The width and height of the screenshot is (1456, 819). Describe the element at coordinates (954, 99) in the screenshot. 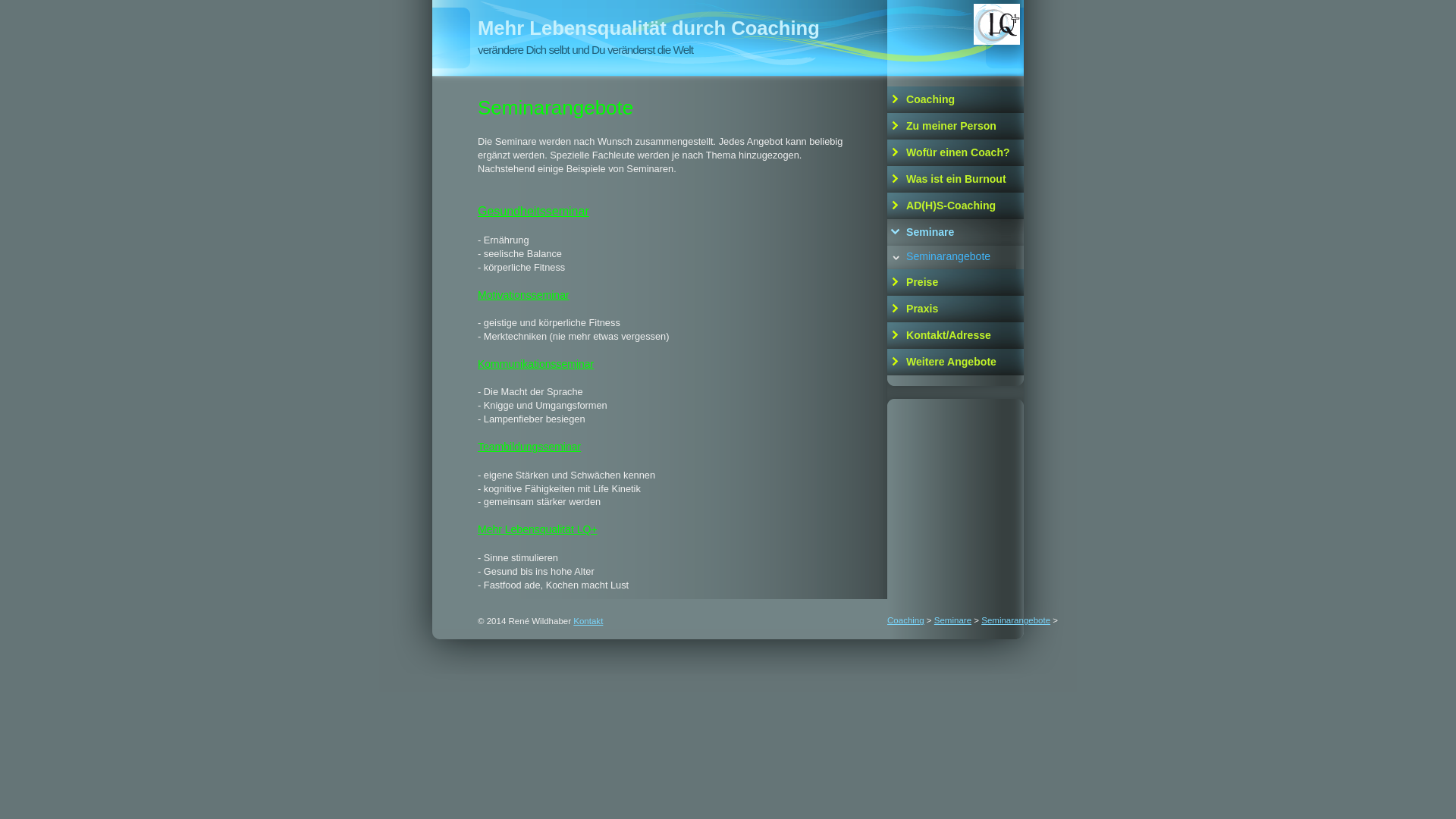

I see `'Coaching'` at that location.